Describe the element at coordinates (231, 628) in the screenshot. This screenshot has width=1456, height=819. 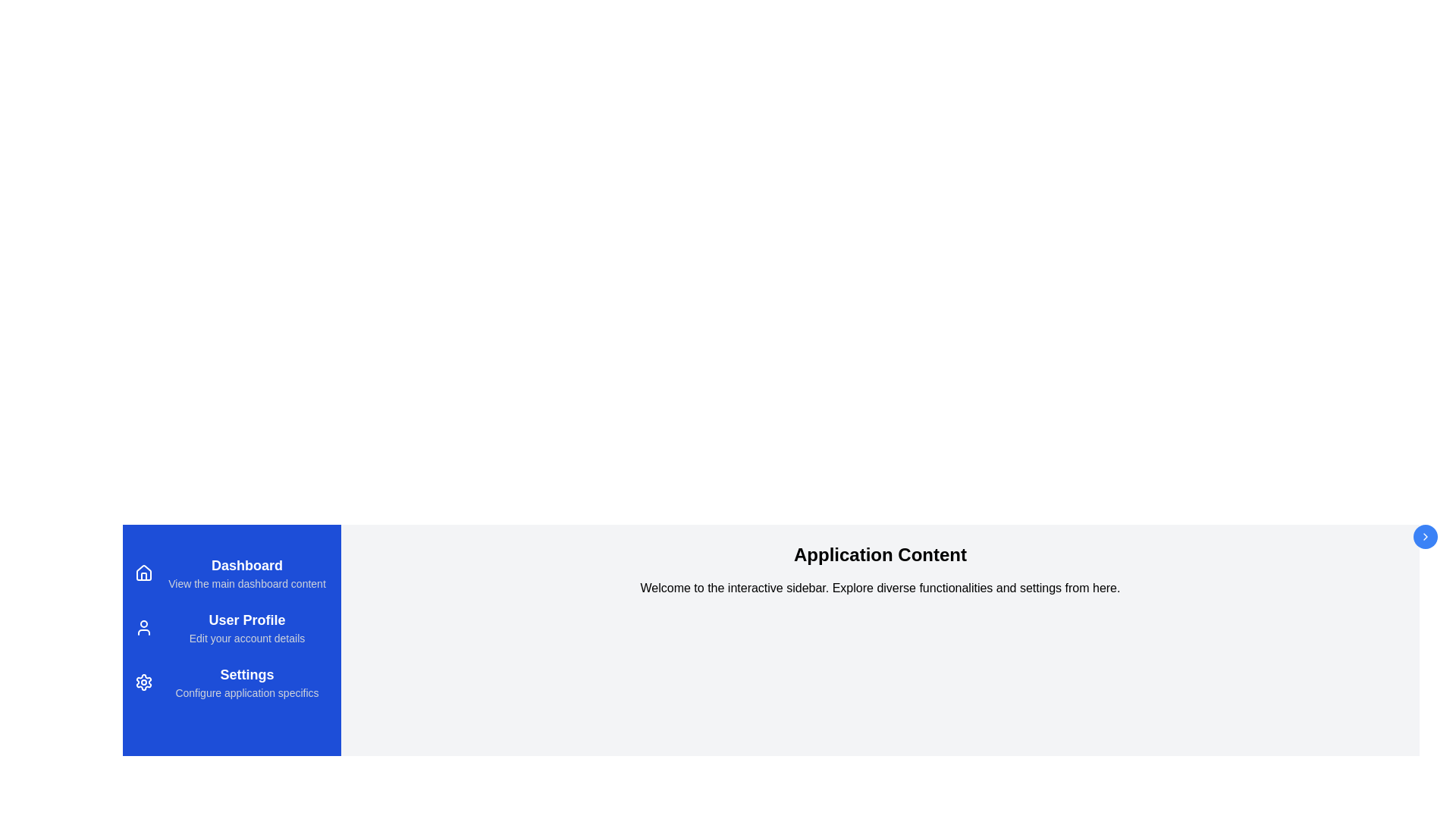
I see `the menu item to navigate to User Profile` at that location.